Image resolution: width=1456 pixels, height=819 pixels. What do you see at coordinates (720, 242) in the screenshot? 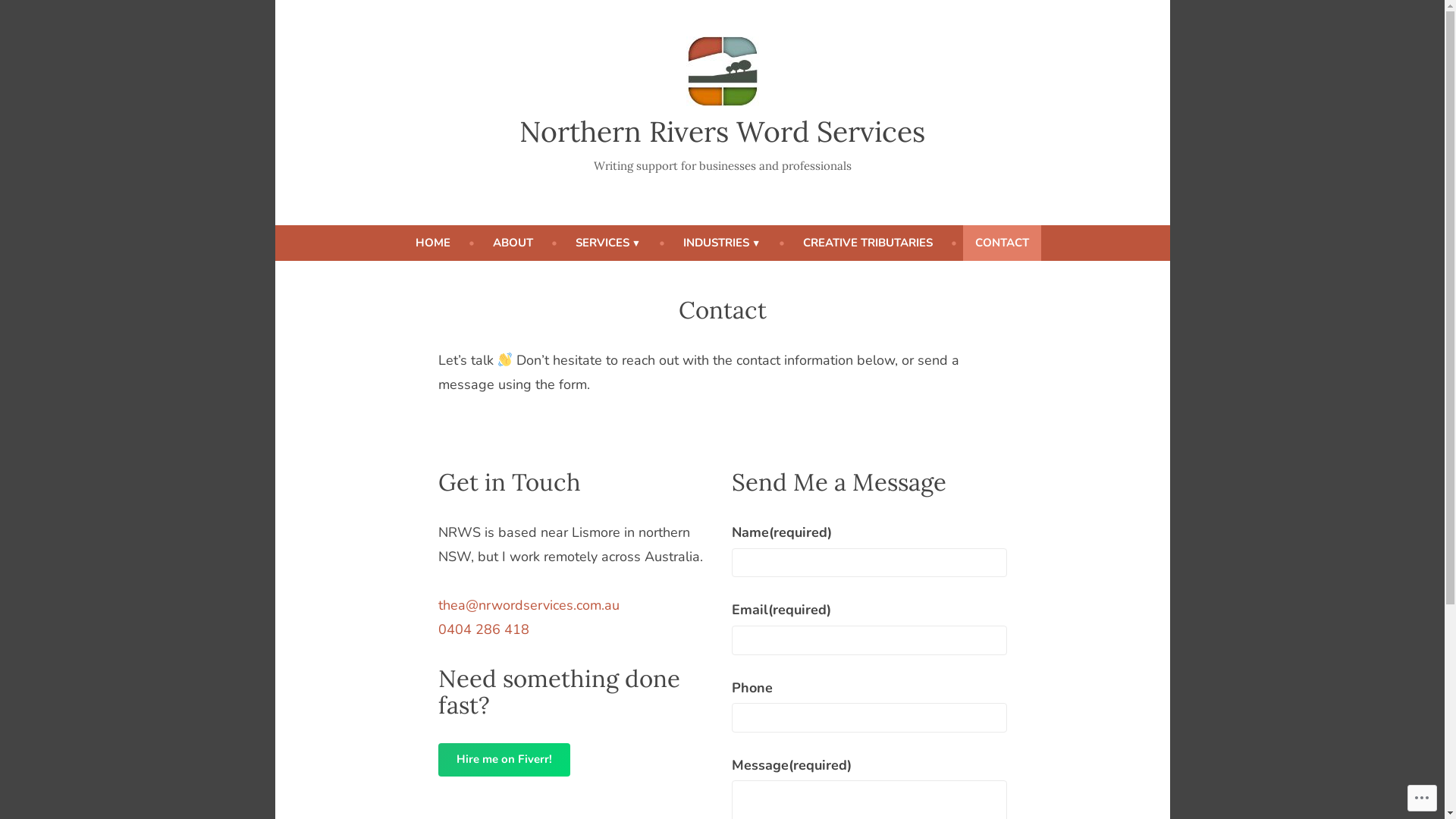
I see `'INDUSTRIES'` at bounding box center [720, 242].